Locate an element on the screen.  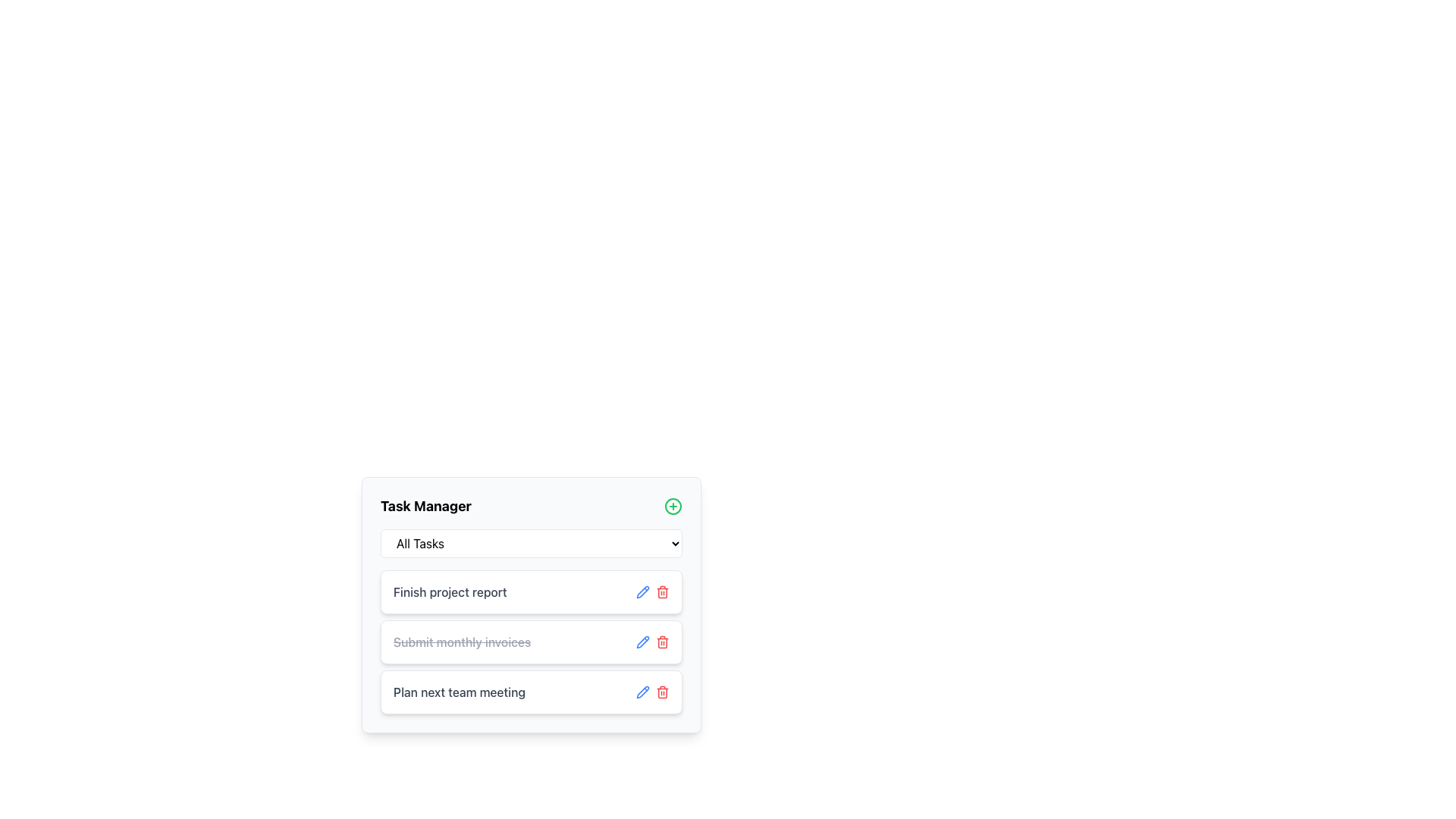
the completed task labeled 'Submit monthly invoices' is located at coordinates (461, 642).